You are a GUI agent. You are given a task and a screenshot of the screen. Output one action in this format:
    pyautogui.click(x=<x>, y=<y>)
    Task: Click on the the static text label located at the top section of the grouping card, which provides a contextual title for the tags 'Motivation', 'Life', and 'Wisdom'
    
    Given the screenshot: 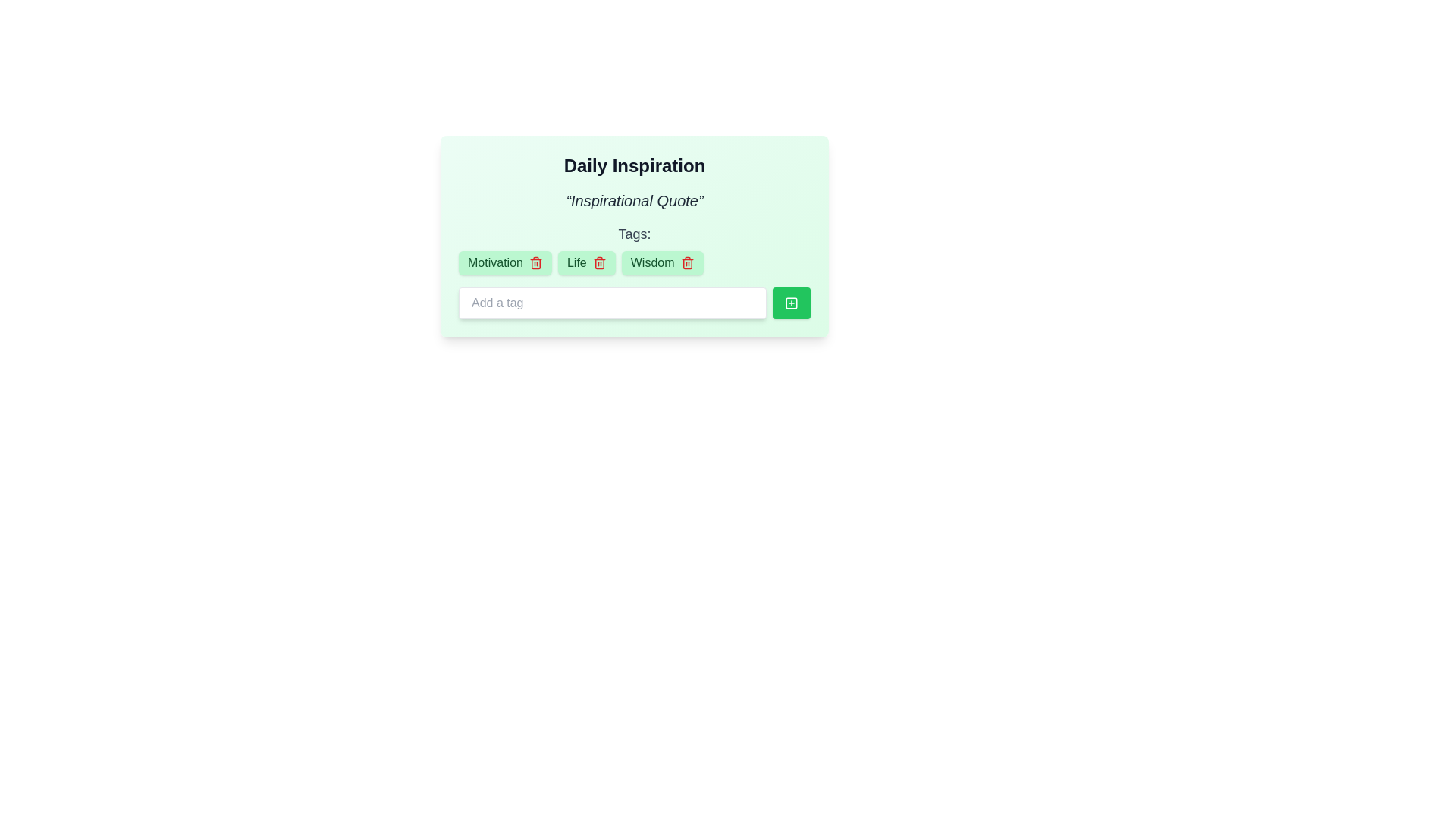 What is the action you would take?
    pyautogui.click(x=634, y=271)
    